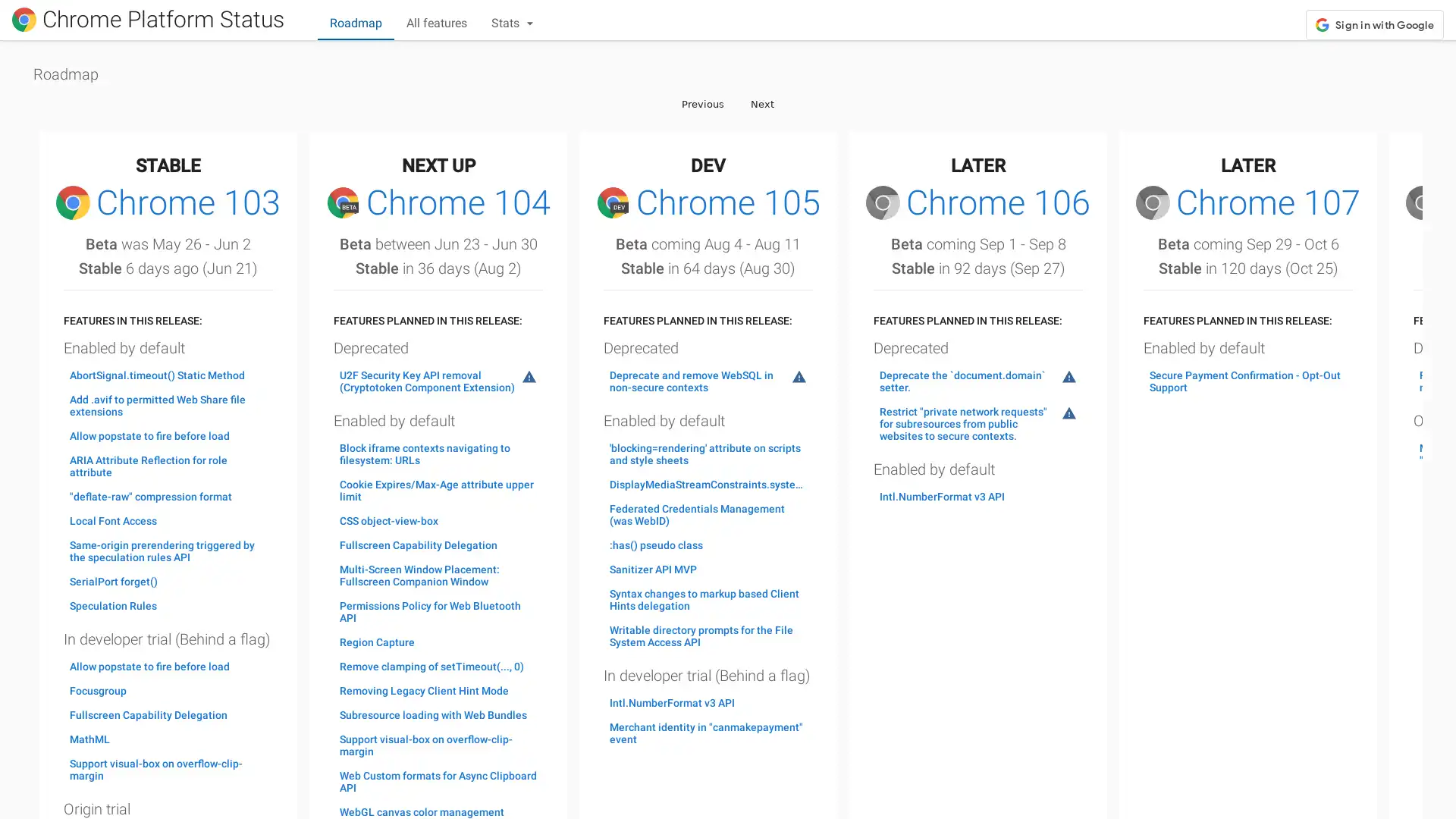 Image resolution: width=1456 pixels, height=819 pixels. Describe the element at coordinates (701, 102) in the screenshot. I see `Button to move to previous release` at that location.